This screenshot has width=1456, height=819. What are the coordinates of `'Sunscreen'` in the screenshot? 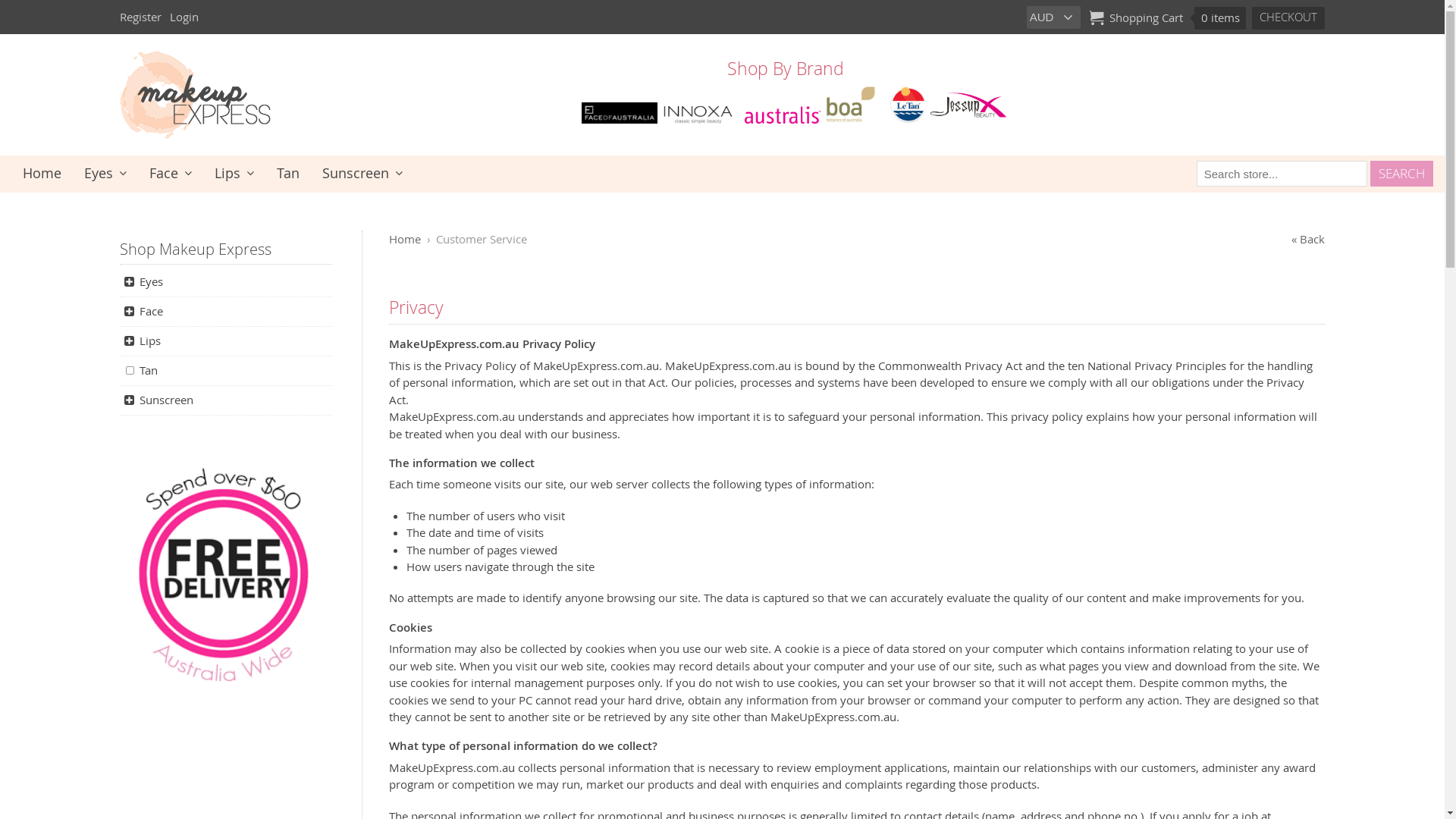 It's located at (119, 400).